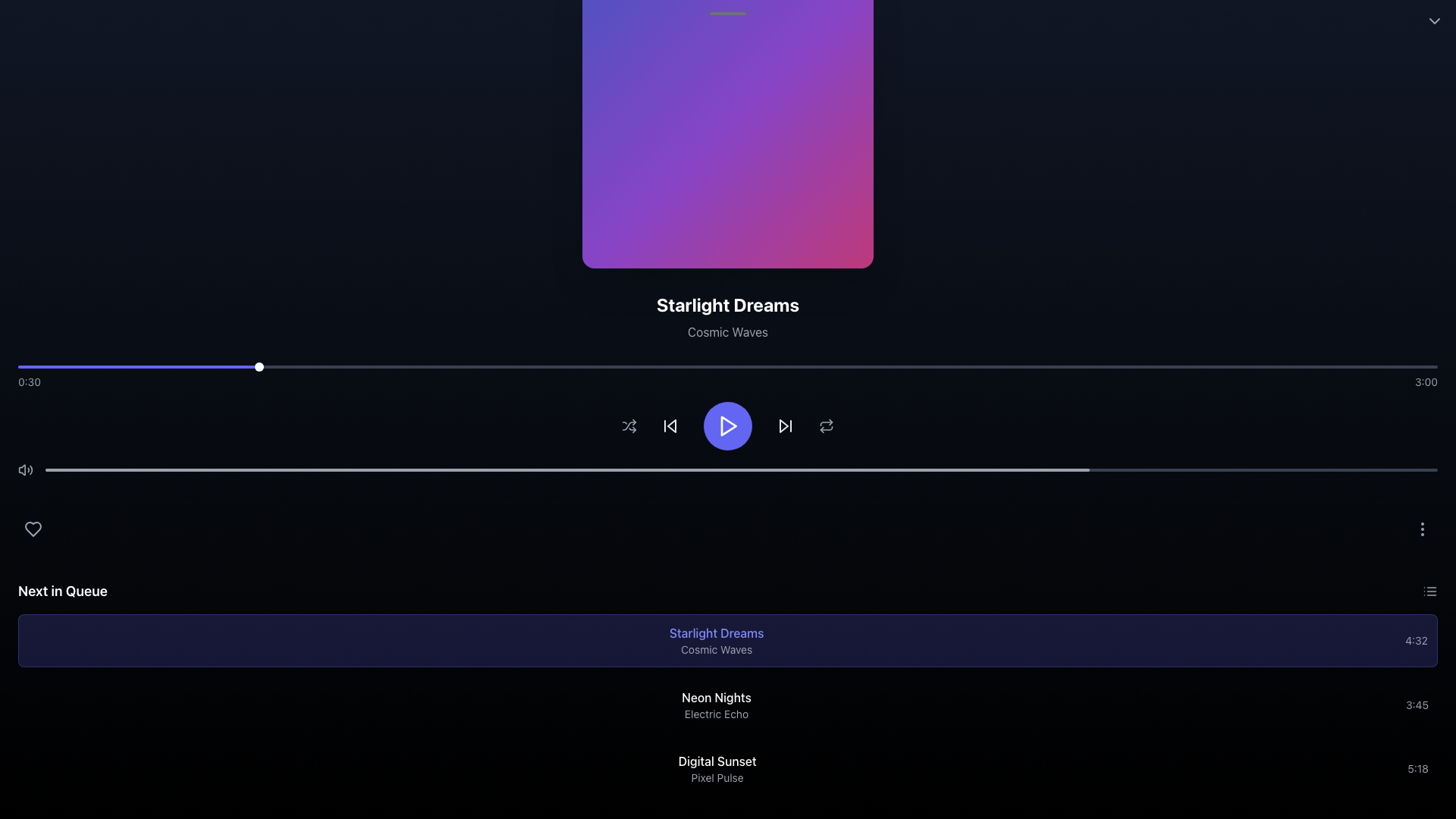 This screenshot has height=819, width=1456. I want to click on the playback progress, so click(212, 469).